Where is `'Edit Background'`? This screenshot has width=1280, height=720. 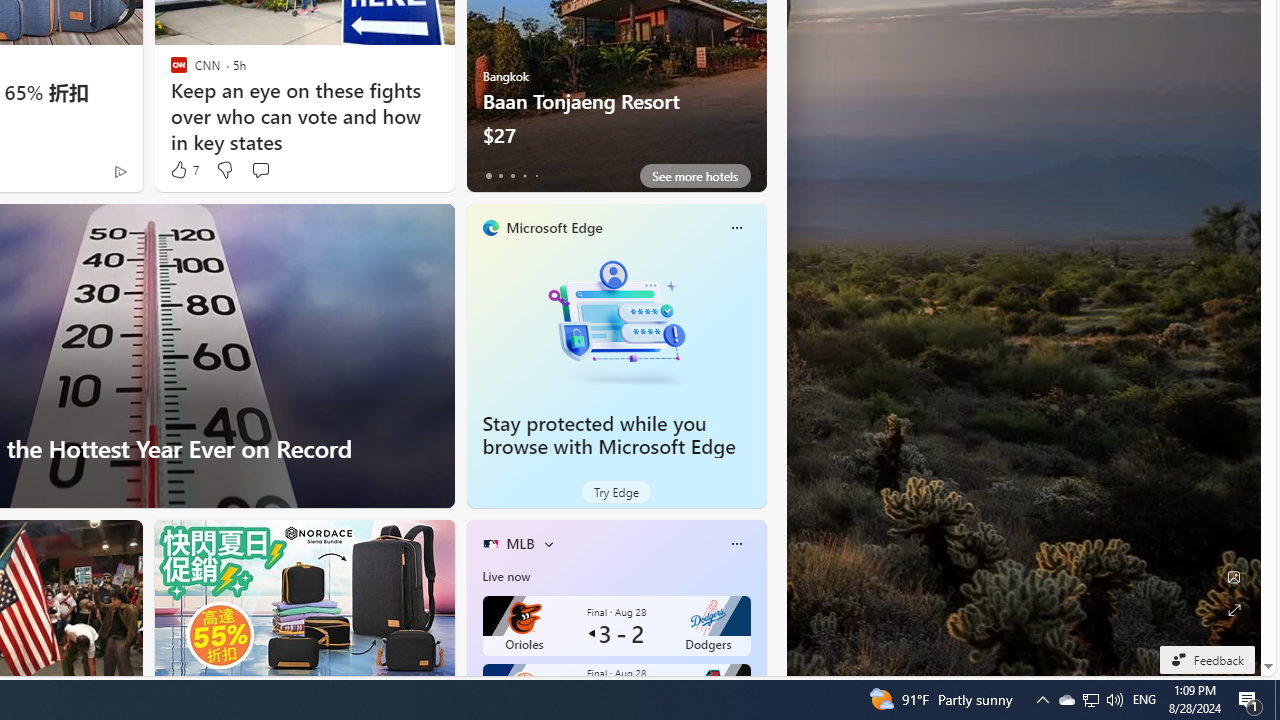 'Edit Background' is located at coordinates (1232, 577).